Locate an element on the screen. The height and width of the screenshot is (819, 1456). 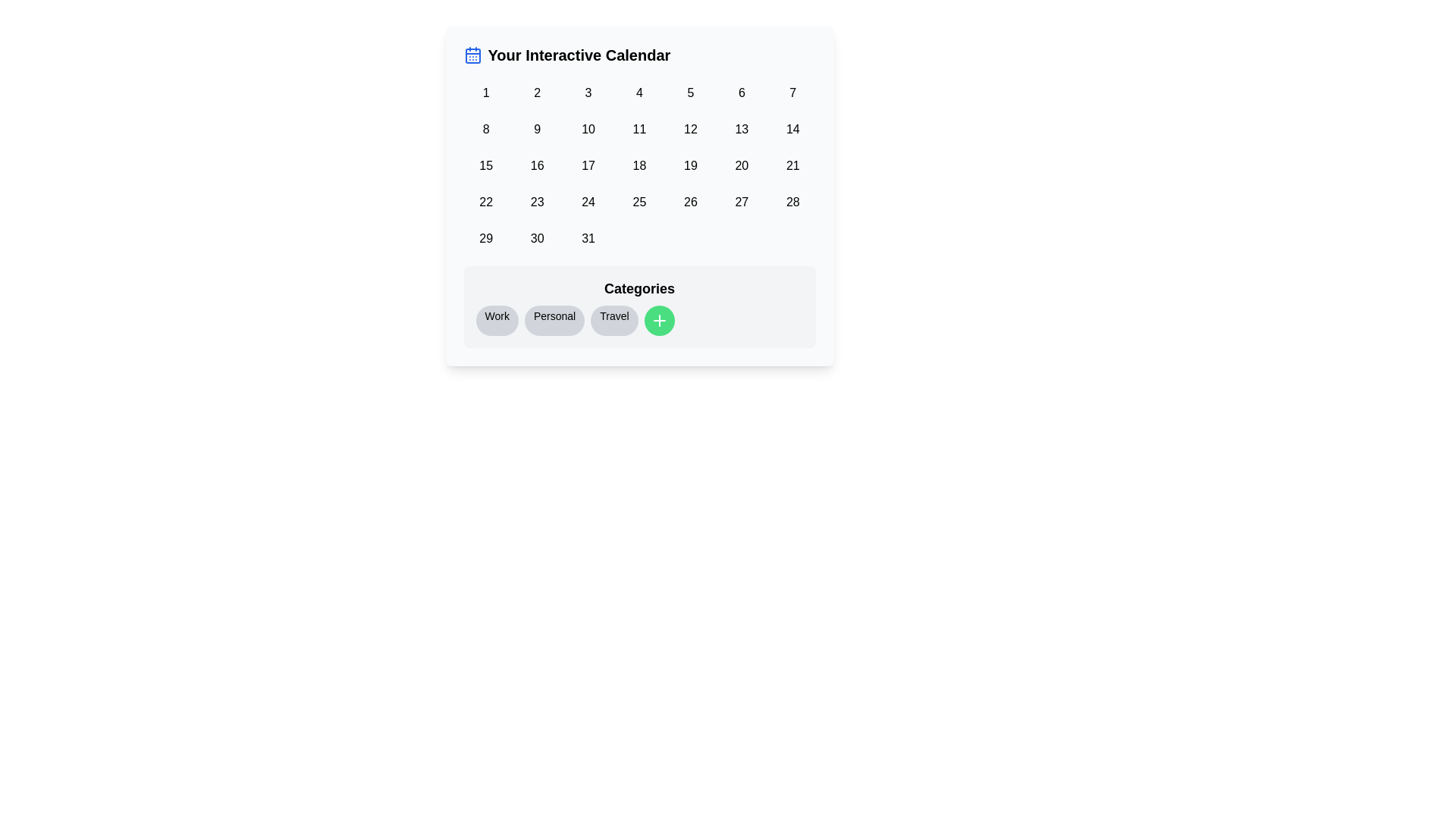
the rounded rectangular button labeled '2' is located at coordinates (537, 93).